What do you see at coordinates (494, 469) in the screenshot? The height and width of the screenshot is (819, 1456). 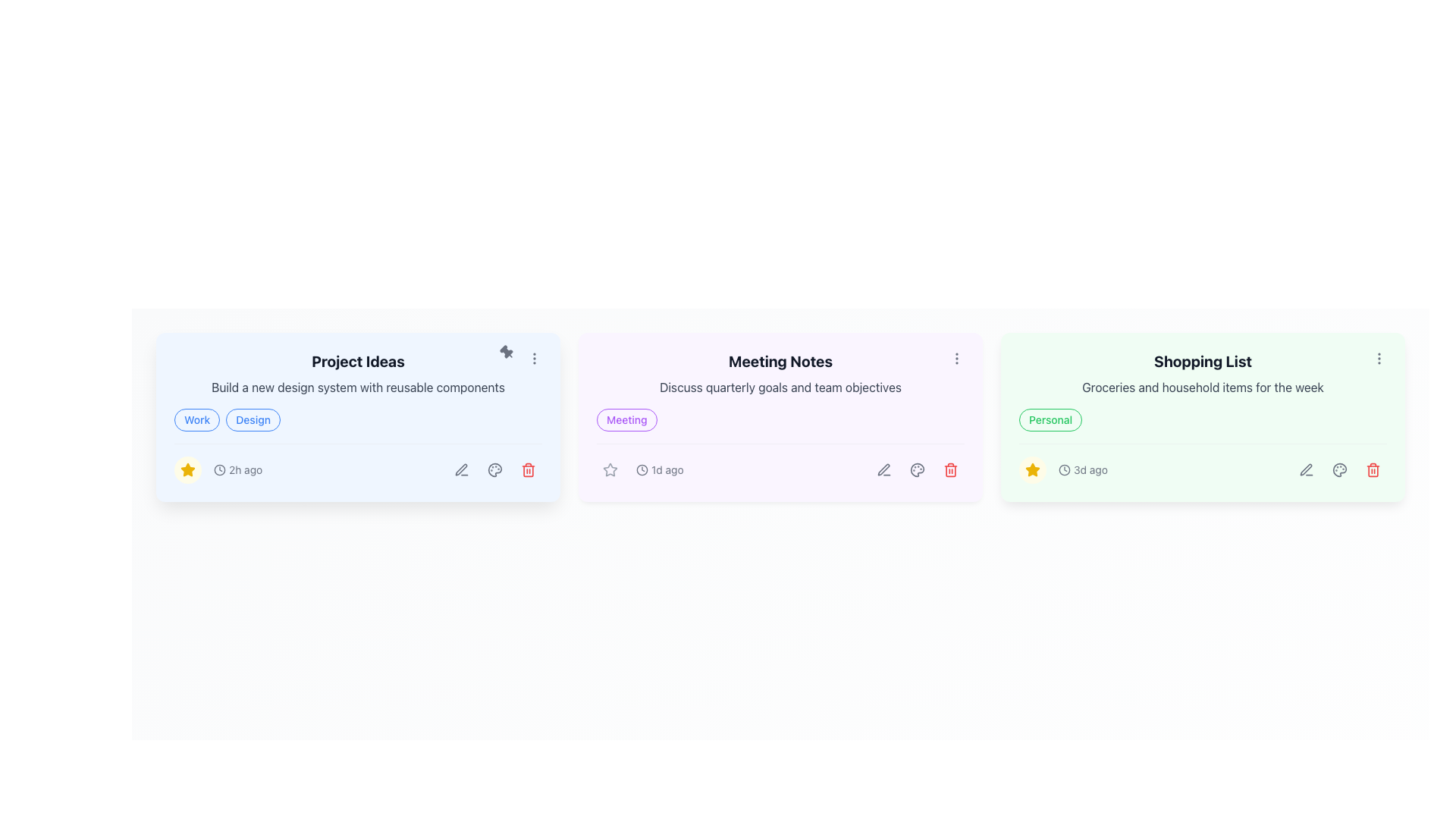 I see `the color palette icon located within the action button group at the lower section of the 'Project Ideas' card` at bounding box center [494, 469].